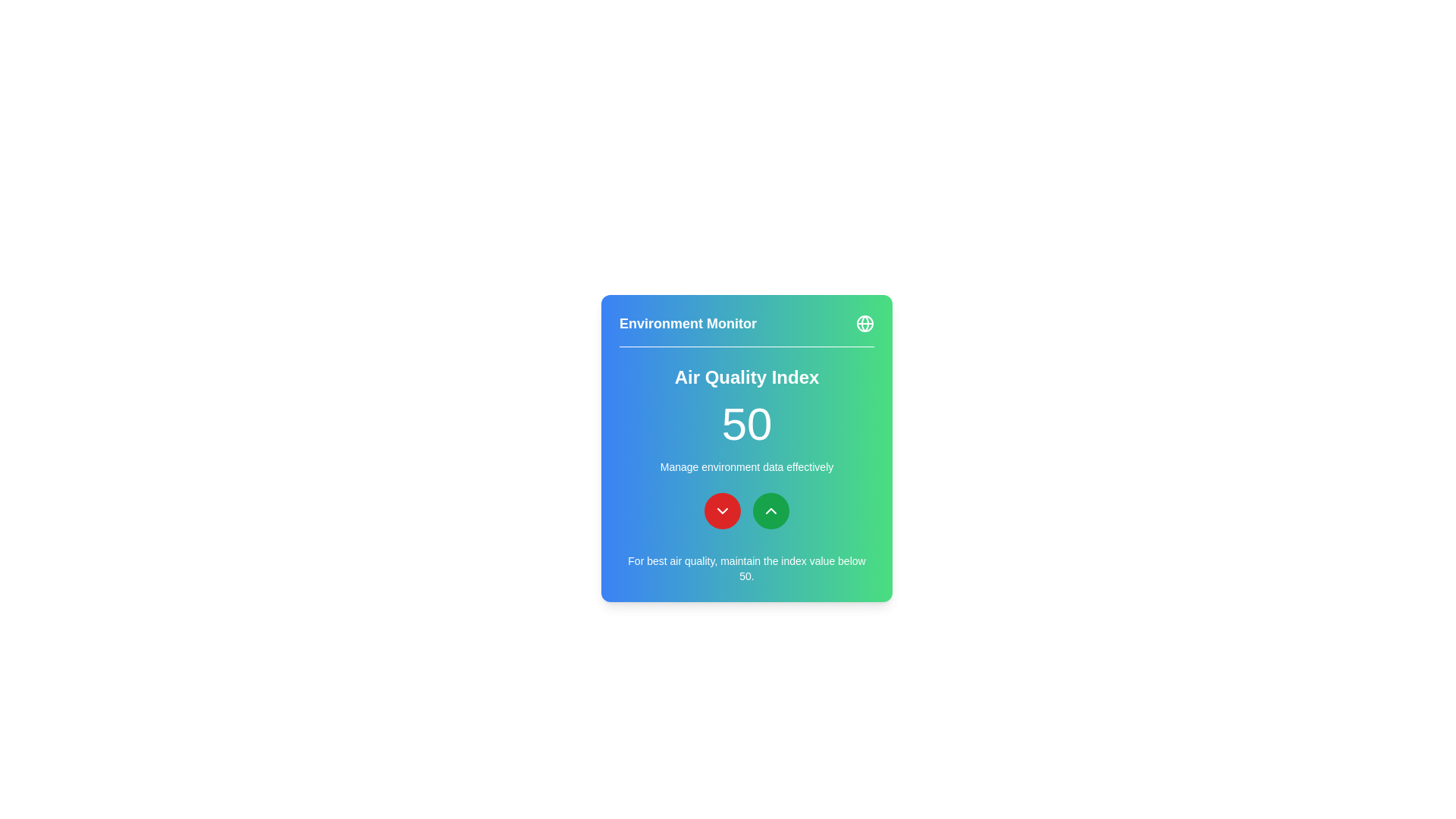 Image resolution: width=1456 pixels, height=819 pixels. Describe the element at coordinates (746, 511) in the screenshot. I see `either button in the horizontal button group below the 'Air Quality Index' value to interact with its associated function` at that location.